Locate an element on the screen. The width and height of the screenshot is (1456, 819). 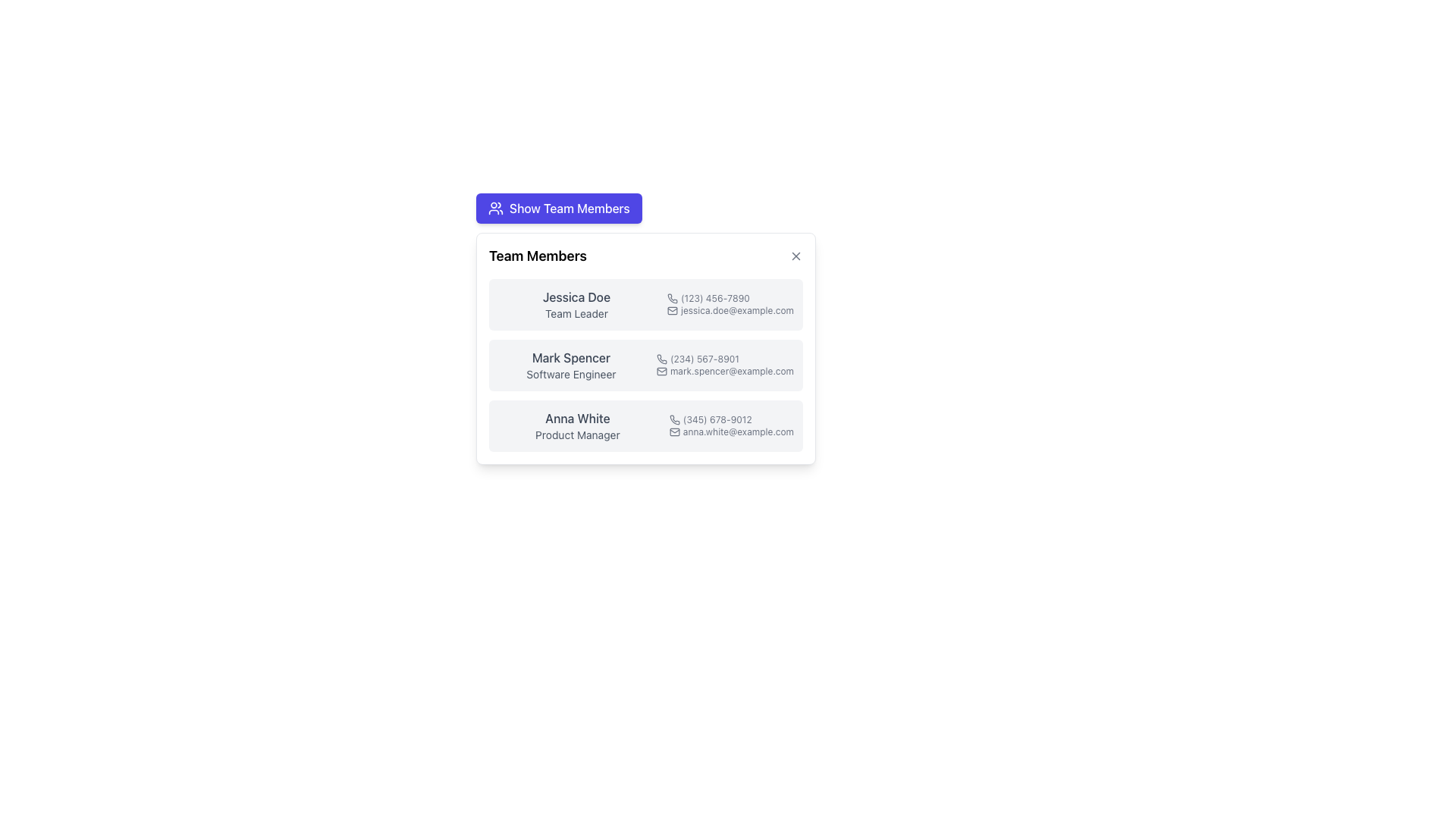
the static text label displaying 'Mark Spencer' located at the top of the second card in the 'Team Members' list is located at coordinates (570, 357).